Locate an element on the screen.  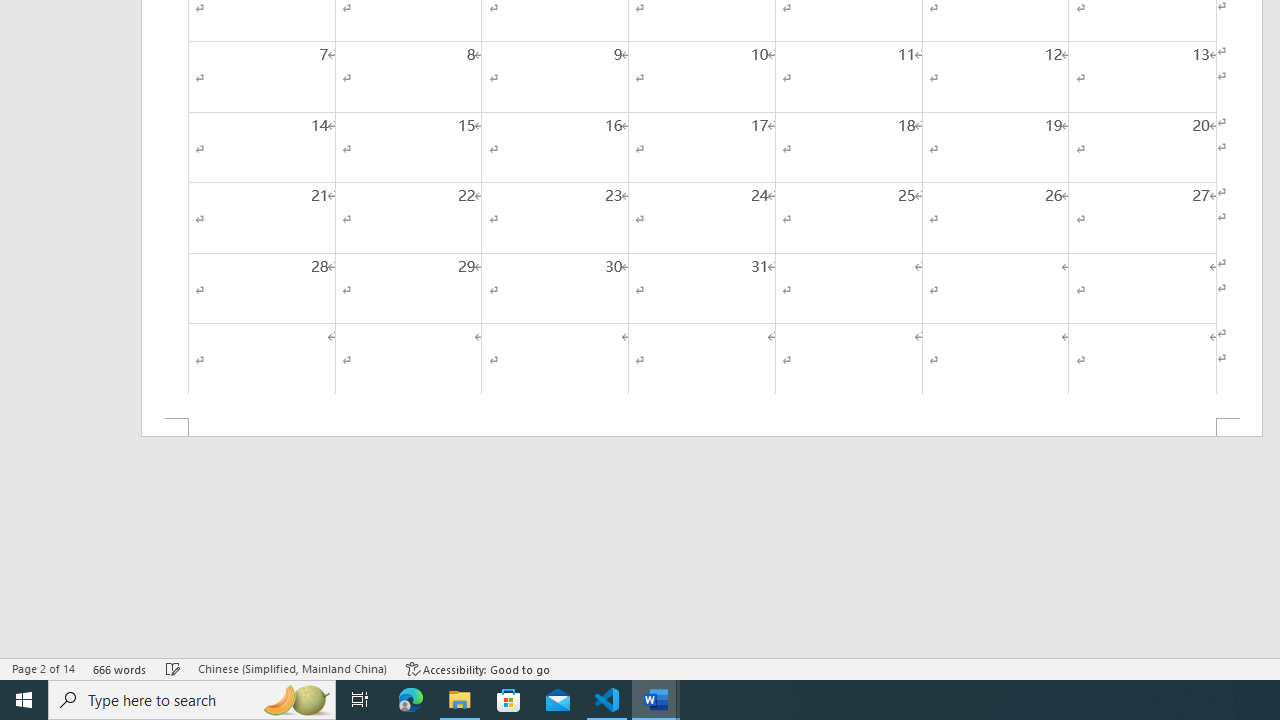
'Language Chinese (Simplified, Mainland China)' is located at coordinates (291, 669).